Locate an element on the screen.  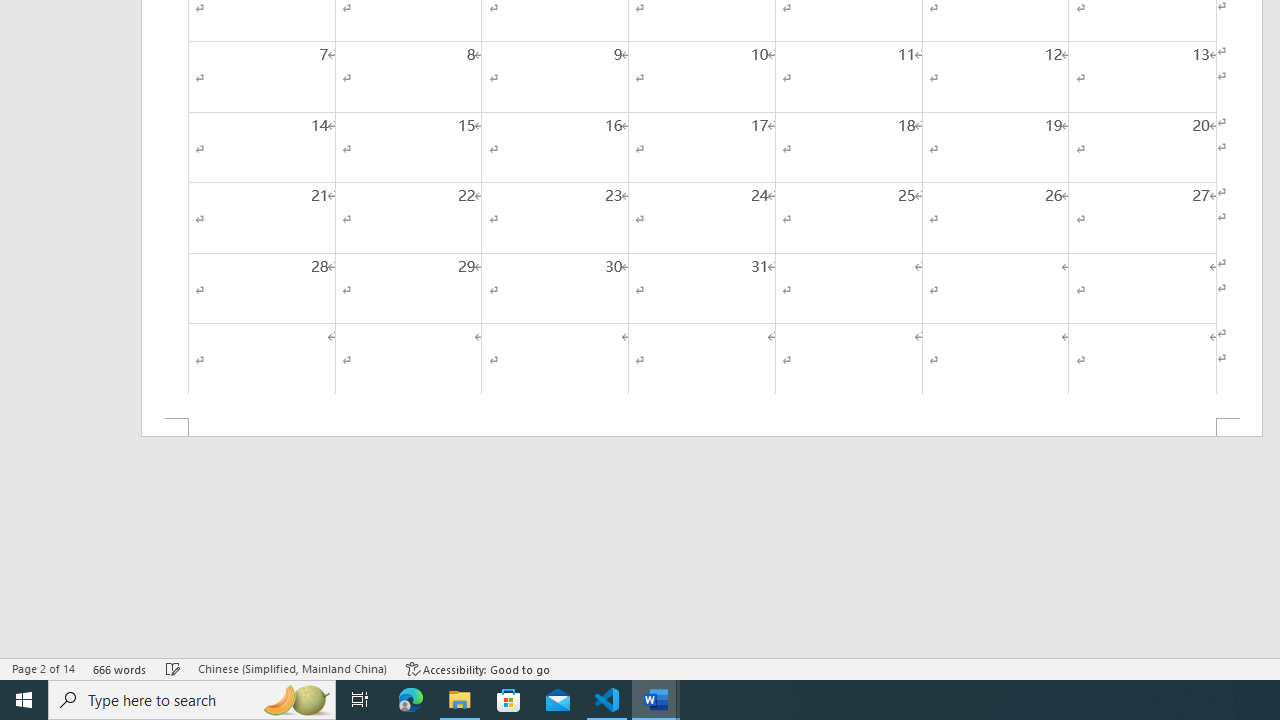
'Language Chinese (Simplified, Mainland China)' is located at coordinates (291, 669).